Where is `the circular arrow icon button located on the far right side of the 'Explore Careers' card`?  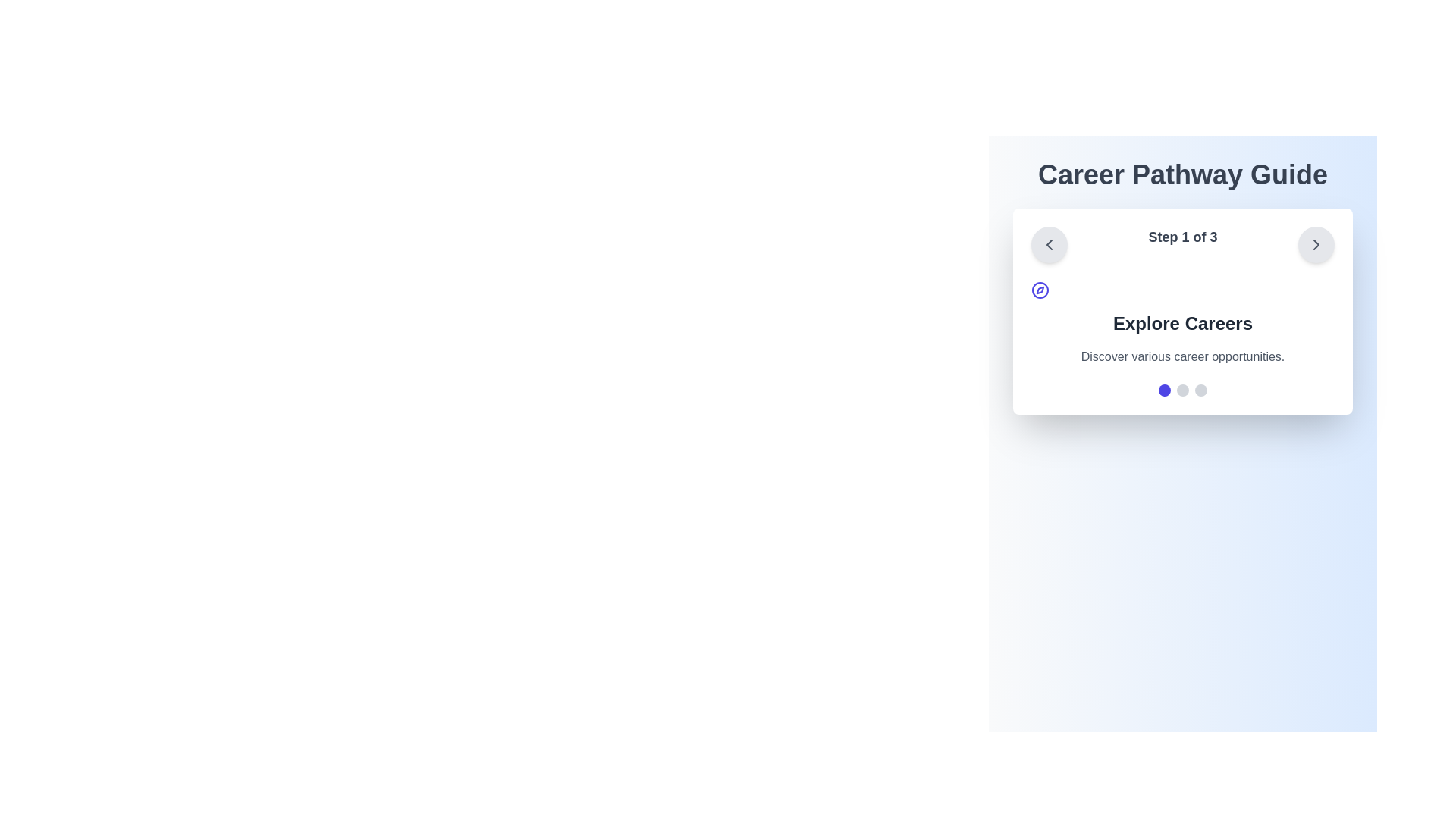
the circular arrow icon button located on the far right side of the 'Explore Careers' card is located at coordinates (1316, 244).